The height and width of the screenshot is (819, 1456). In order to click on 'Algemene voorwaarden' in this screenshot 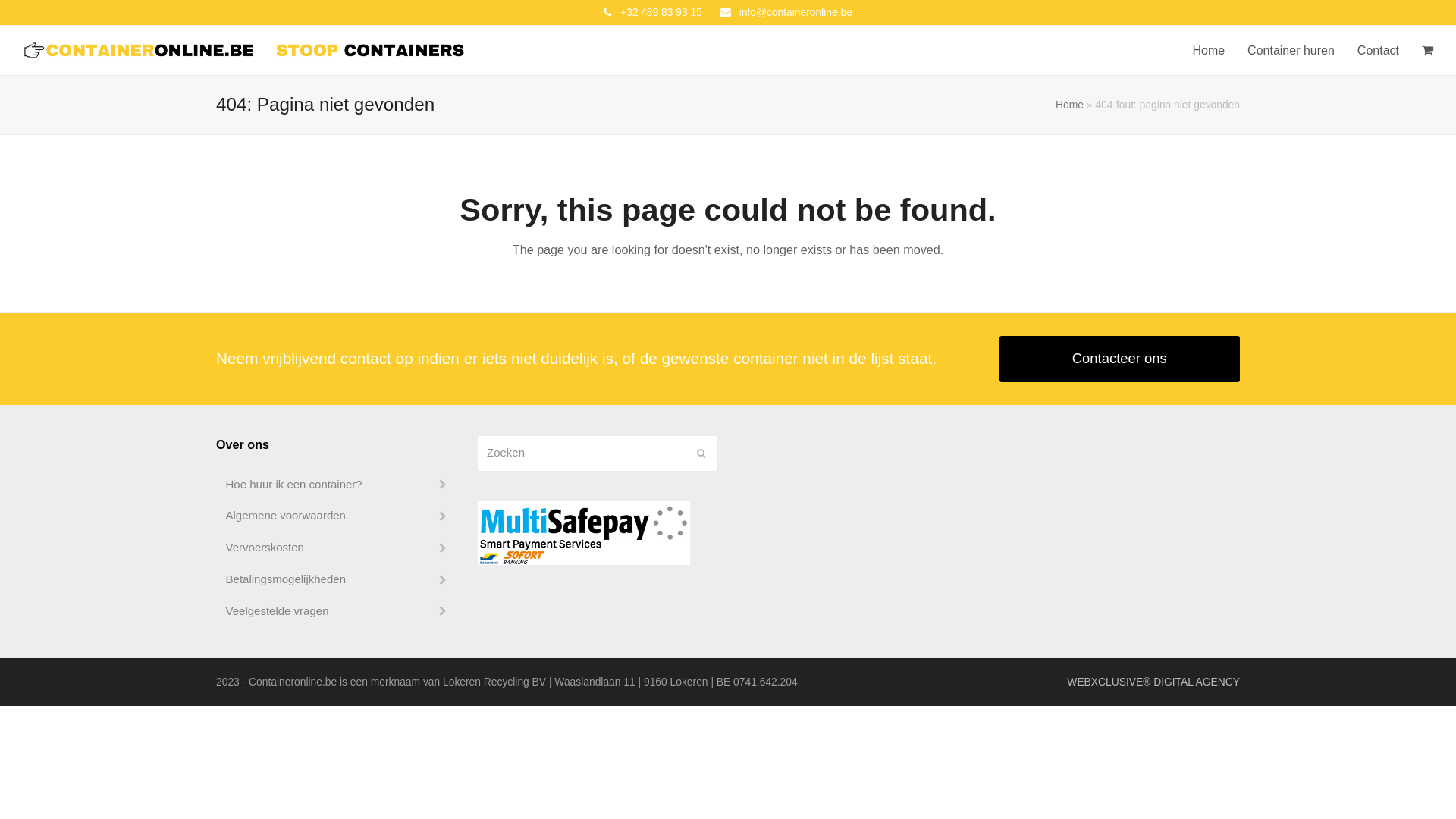, I will do `click(334, 515)`.